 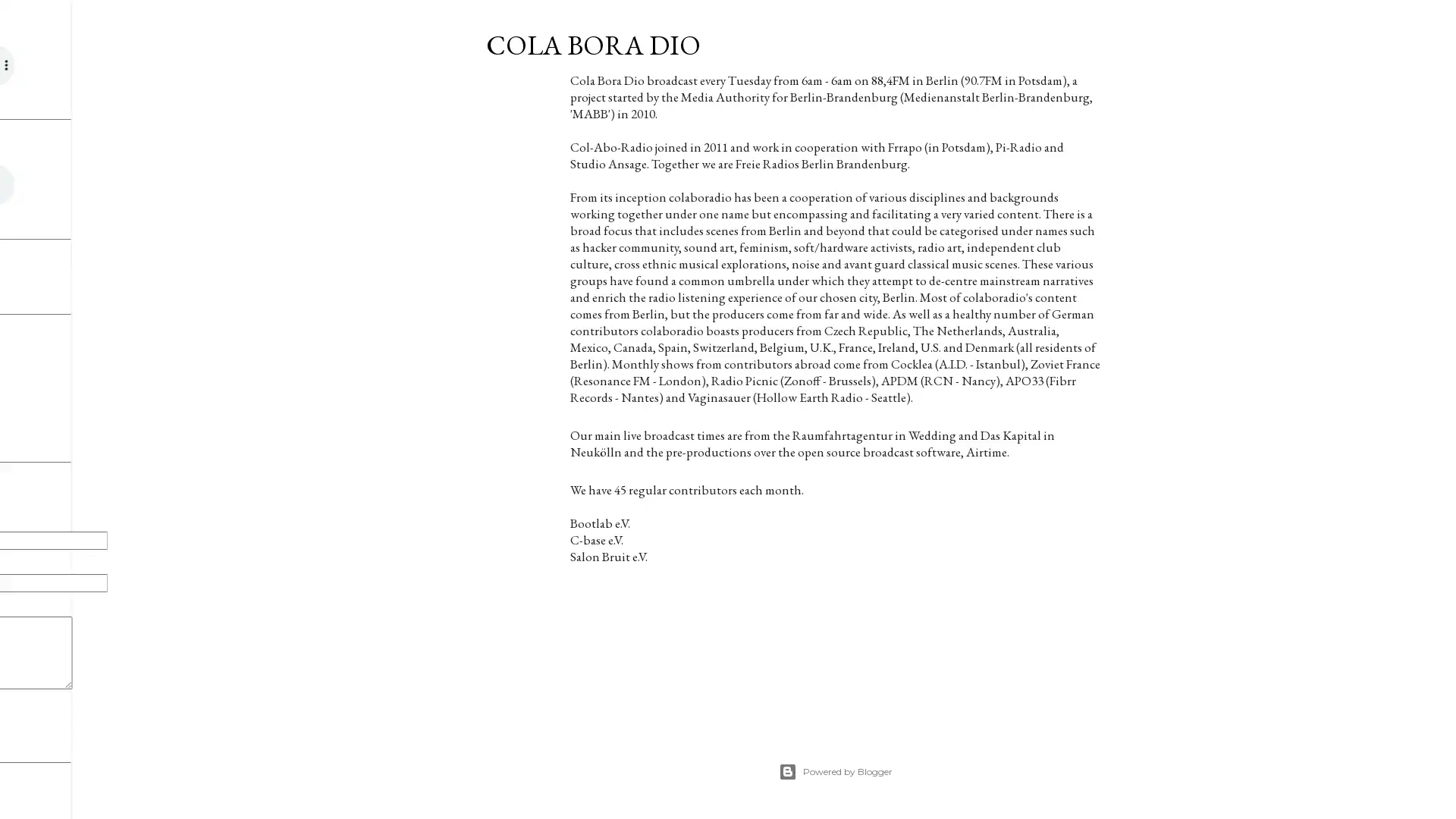 I want to click on play, so click(x=50, y=184).